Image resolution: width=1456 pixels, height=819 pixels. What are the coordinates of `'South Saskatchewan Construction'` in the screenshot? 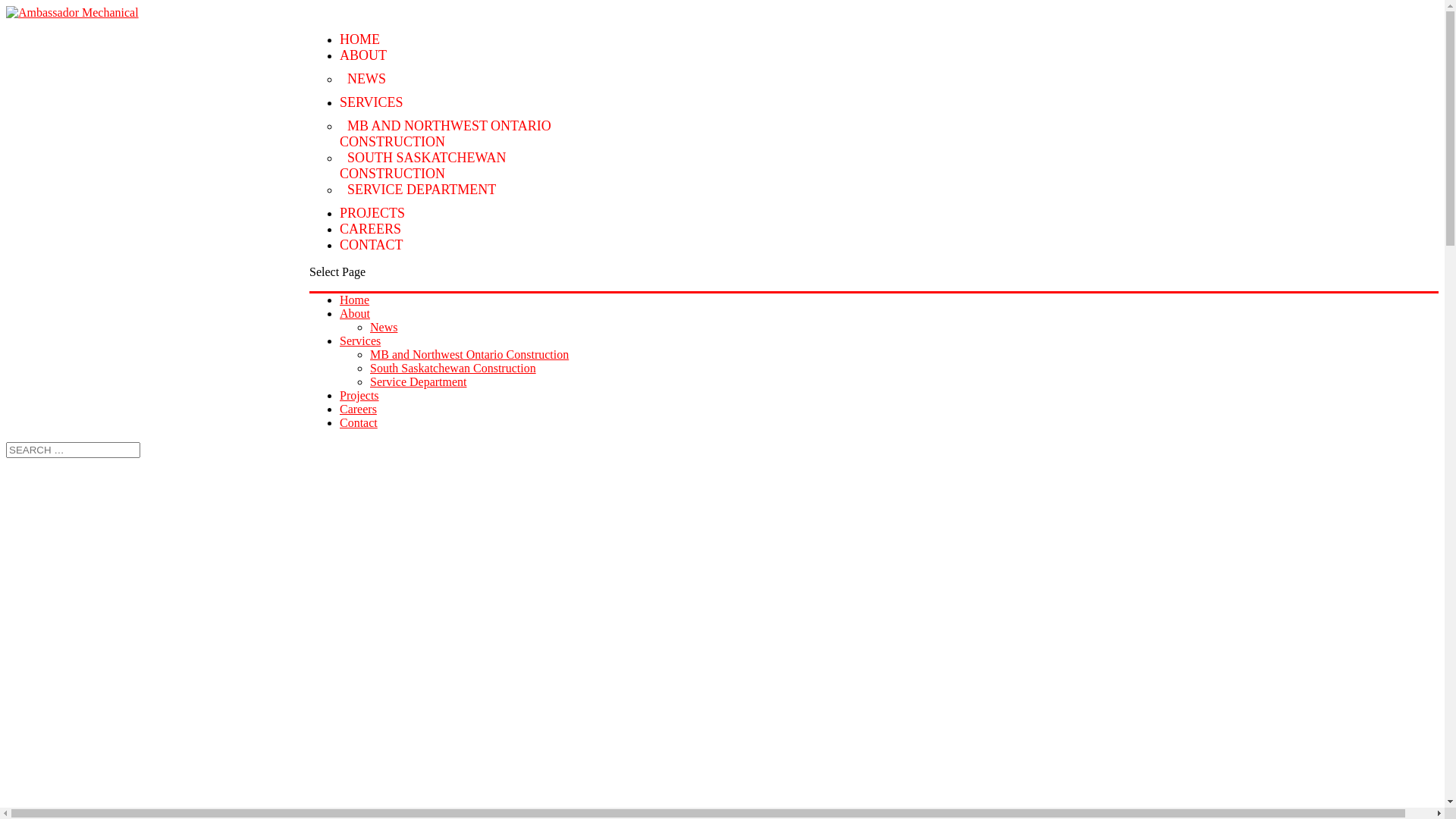 It's located at (452, 368).